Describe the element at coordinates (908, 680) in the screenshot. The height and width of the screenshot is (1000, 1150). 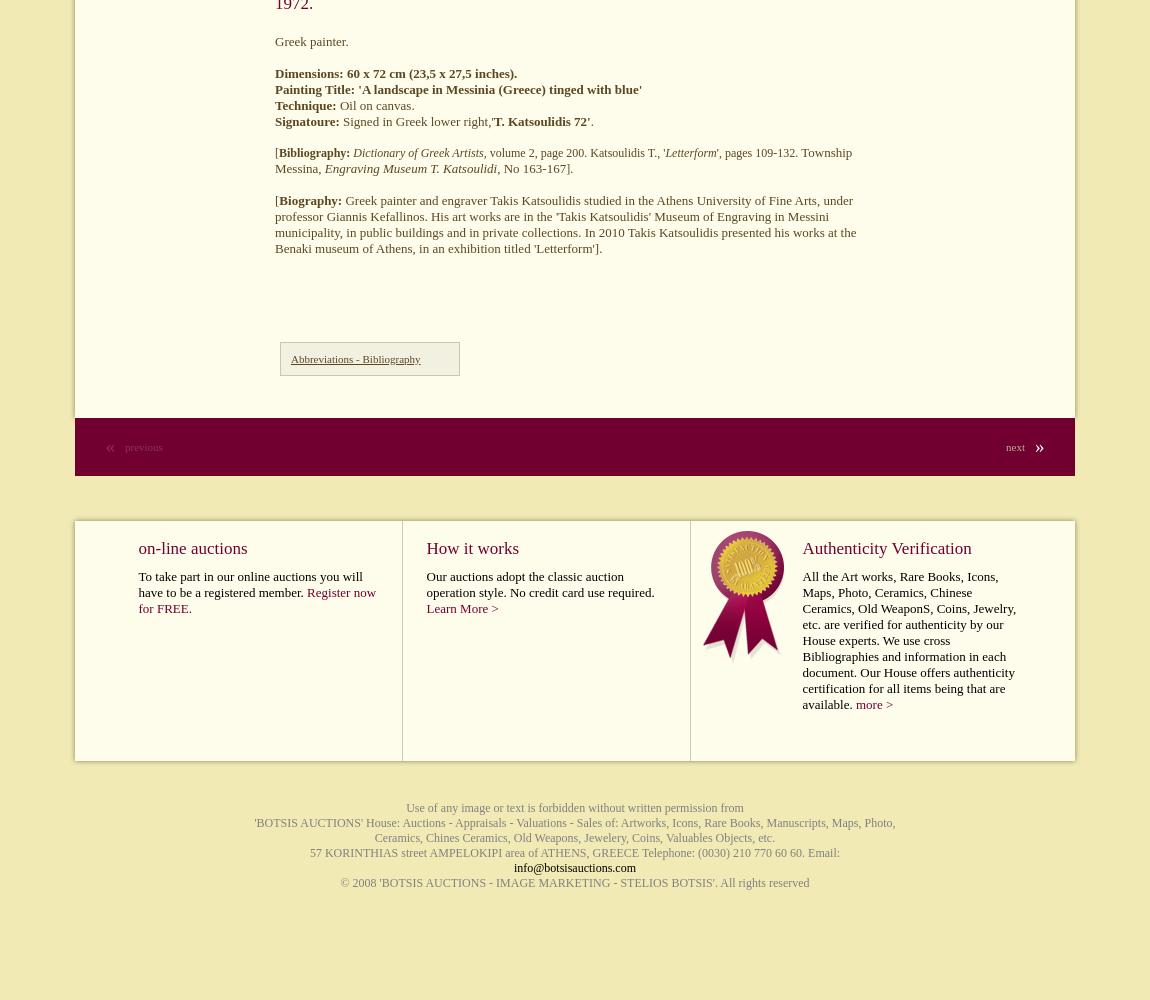
I see `'Our House offers authenticity certification for'` at that location.